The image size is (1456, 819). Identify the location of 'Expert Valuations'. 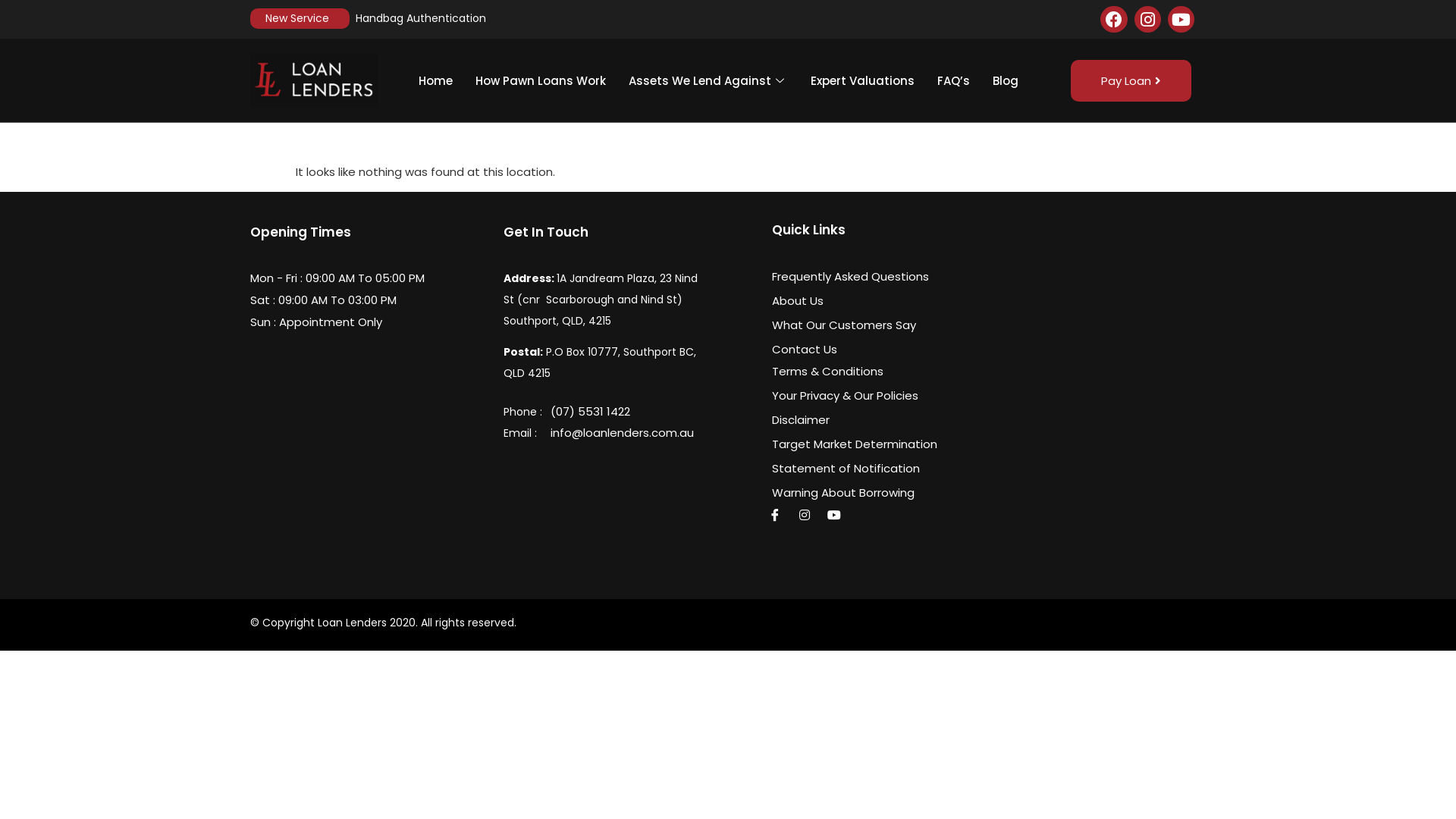
(799, 80).